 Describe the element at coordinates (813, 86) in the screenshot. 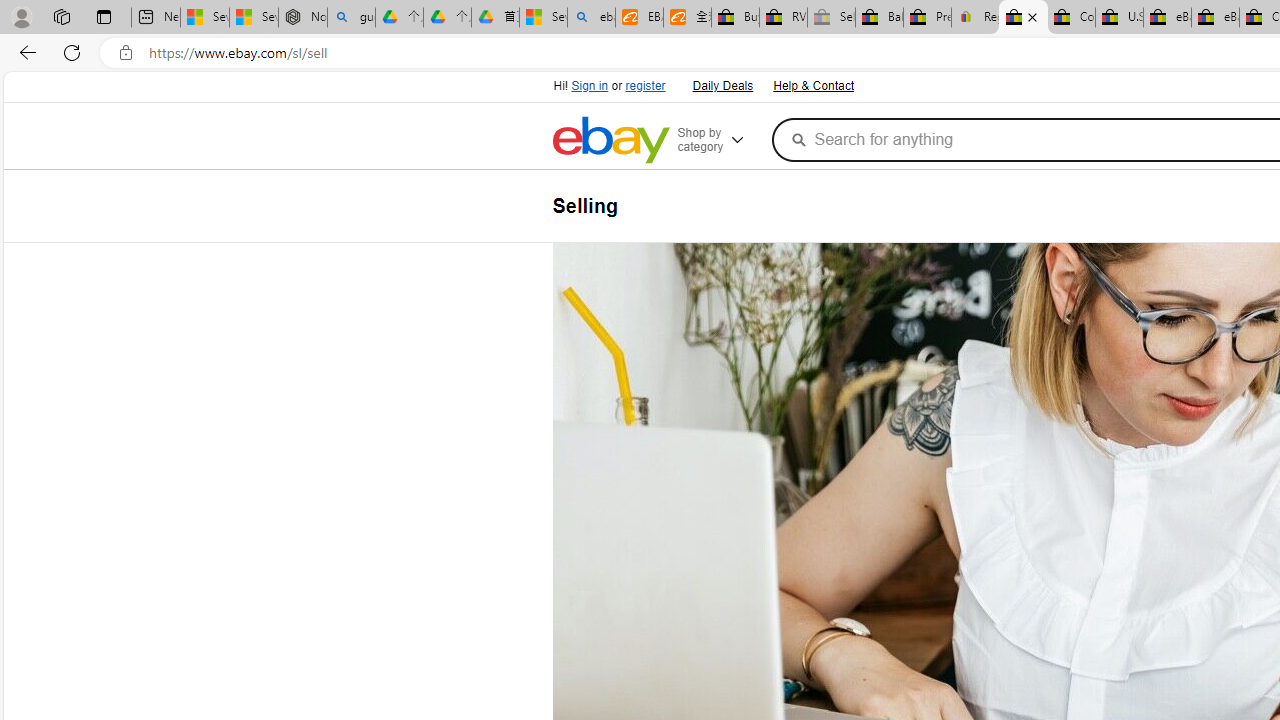

I see `'Help & Contact'` at that location.